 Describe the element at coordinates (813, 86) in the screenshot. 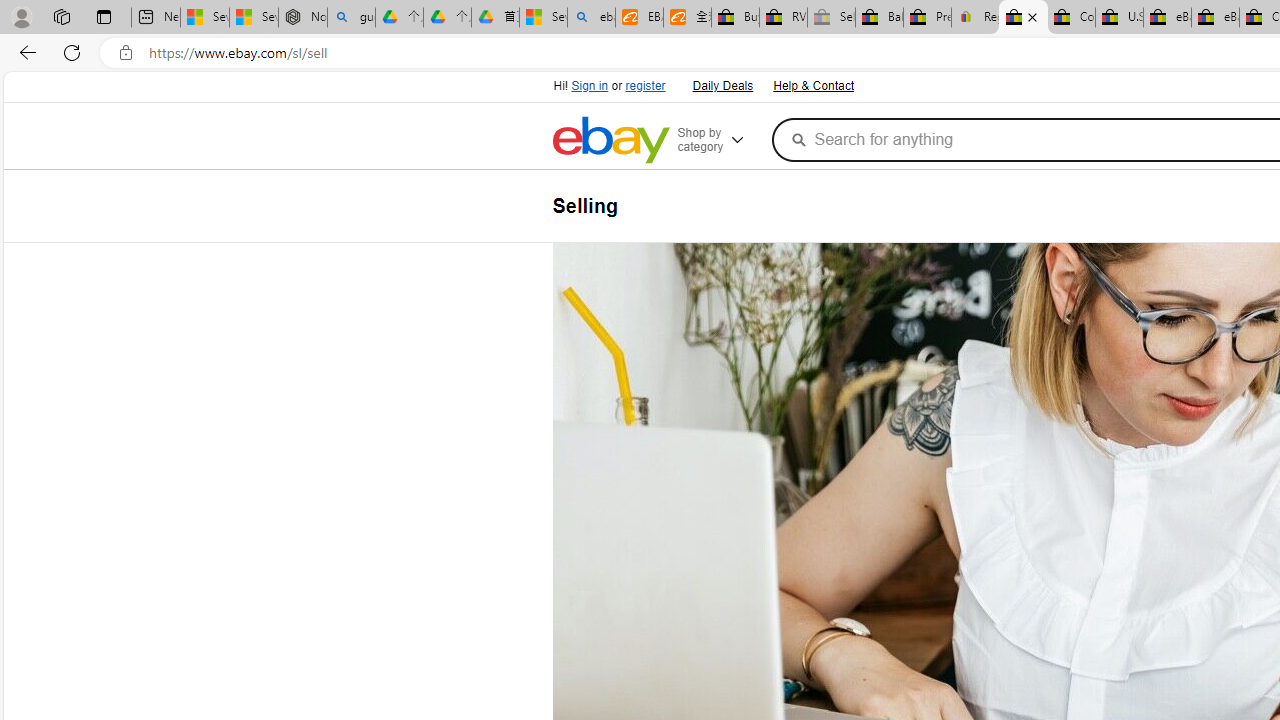

I see `'Help & Contact'` at that location.